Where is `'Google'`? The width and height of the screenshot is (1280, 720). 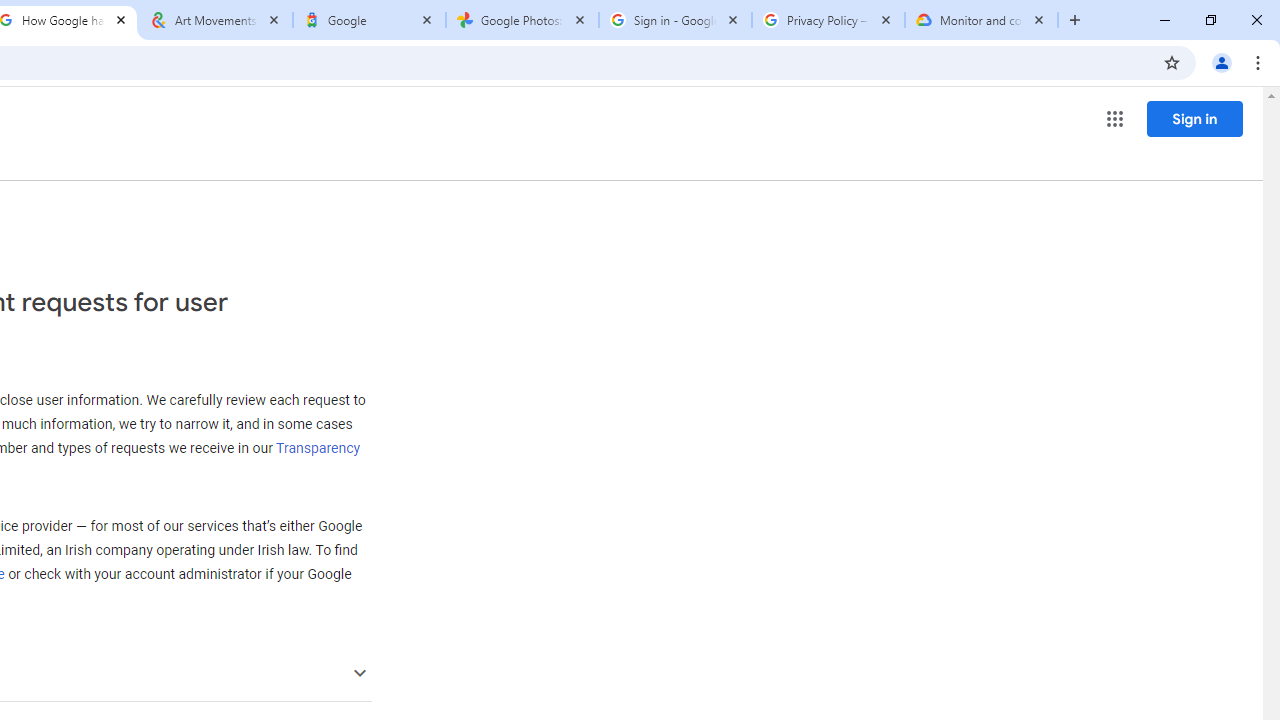 'Google' is located at coordinates (369, 20).